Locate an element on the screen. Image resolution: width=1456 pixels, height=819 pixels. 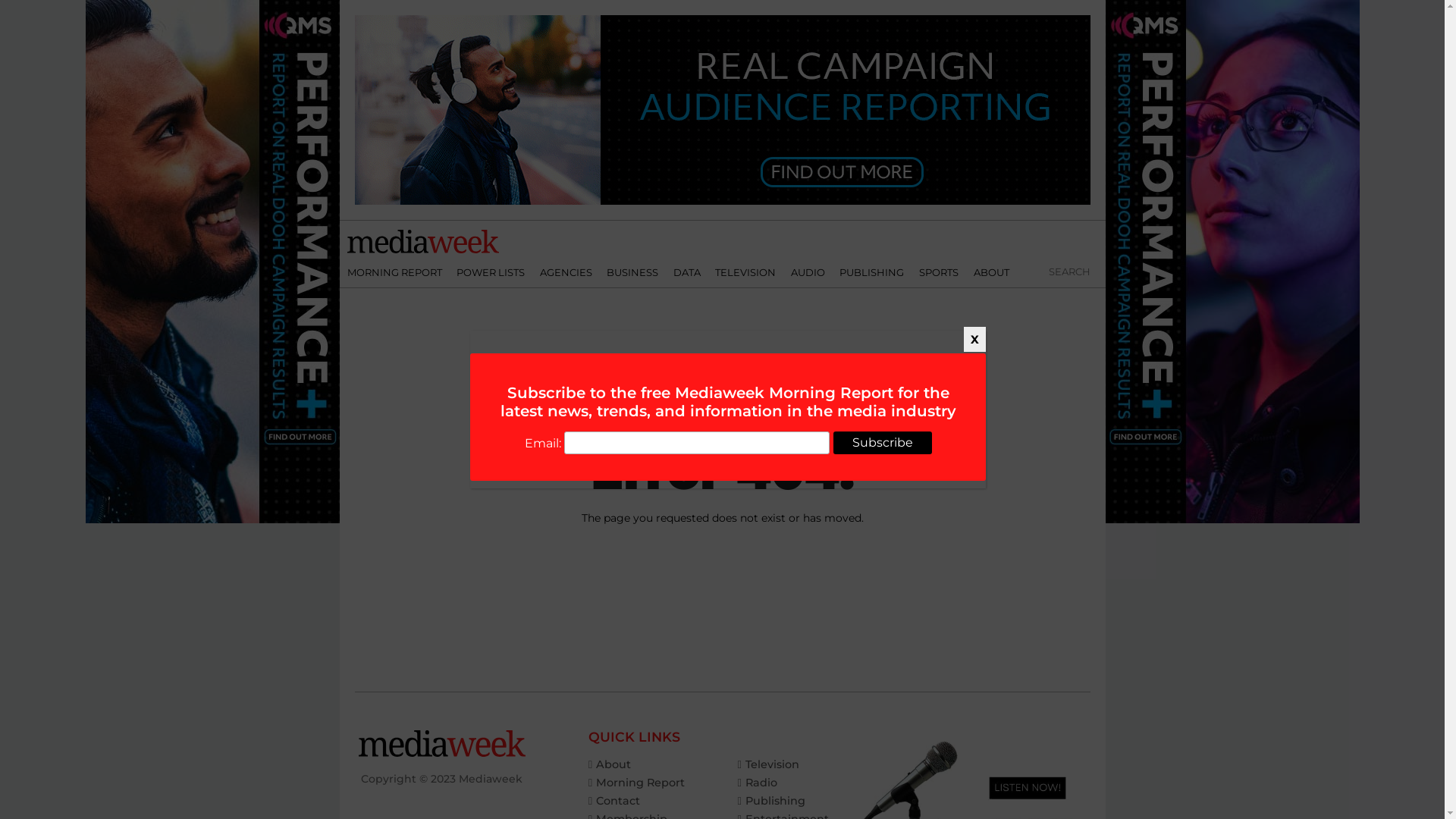
'DATA' is located at coordinates (686, 271).